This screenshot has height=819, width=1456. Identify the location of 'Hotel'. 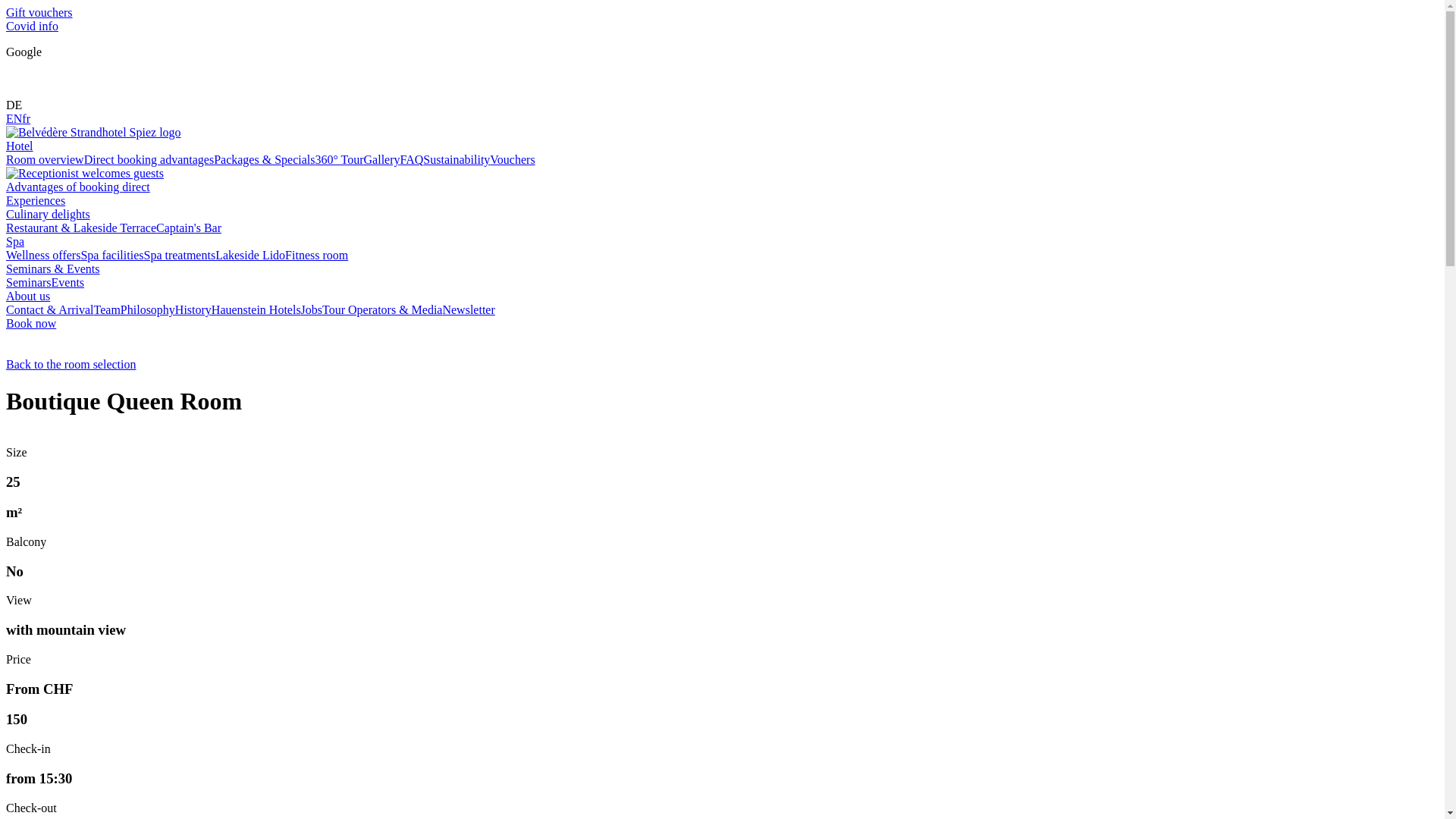
(721, 146).